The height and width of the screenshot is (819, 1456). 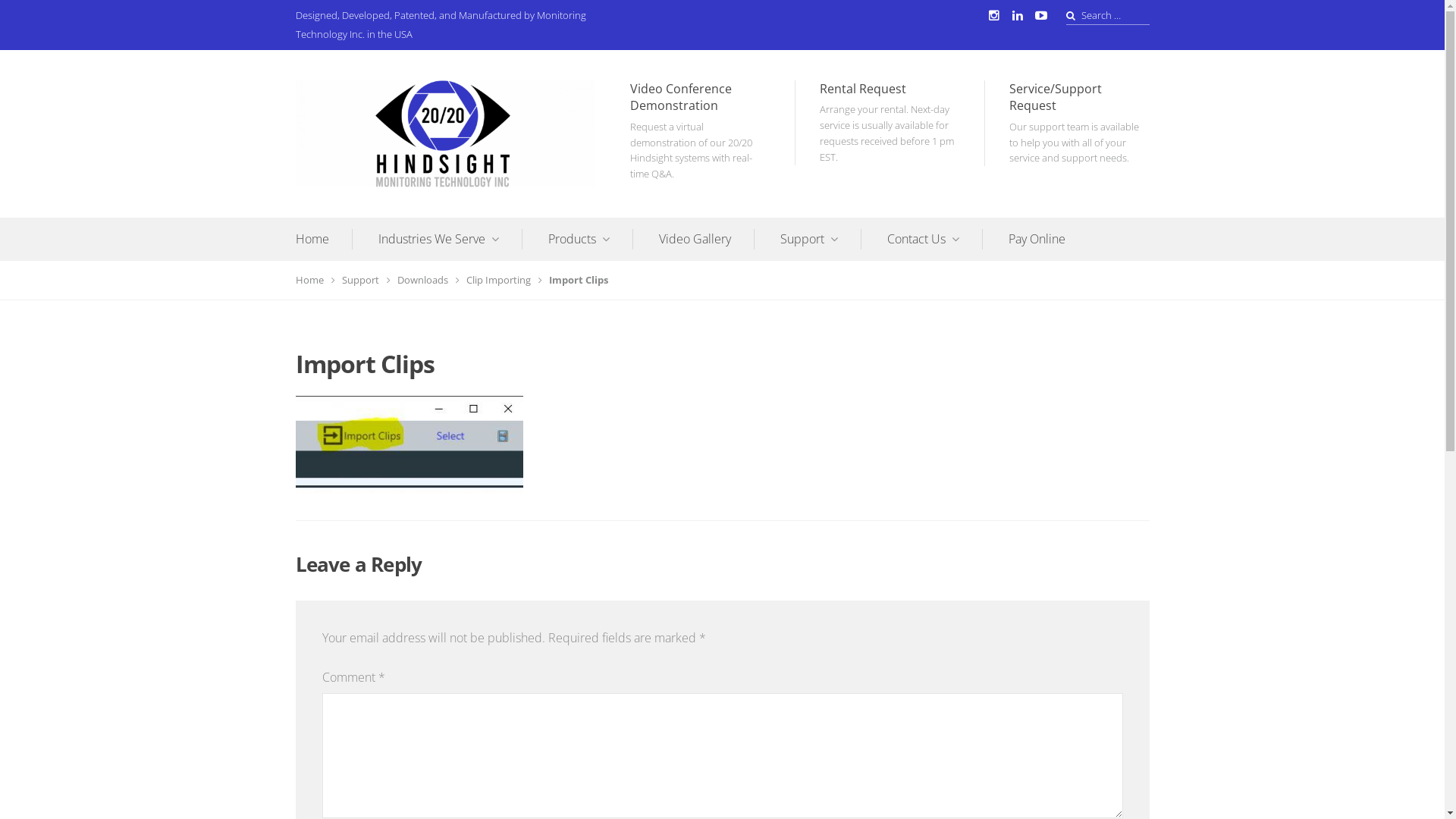 What do you see at coordinates (993, 15) in the screenshot?
I see `'Instagram'` at bounding box center [993, 15].